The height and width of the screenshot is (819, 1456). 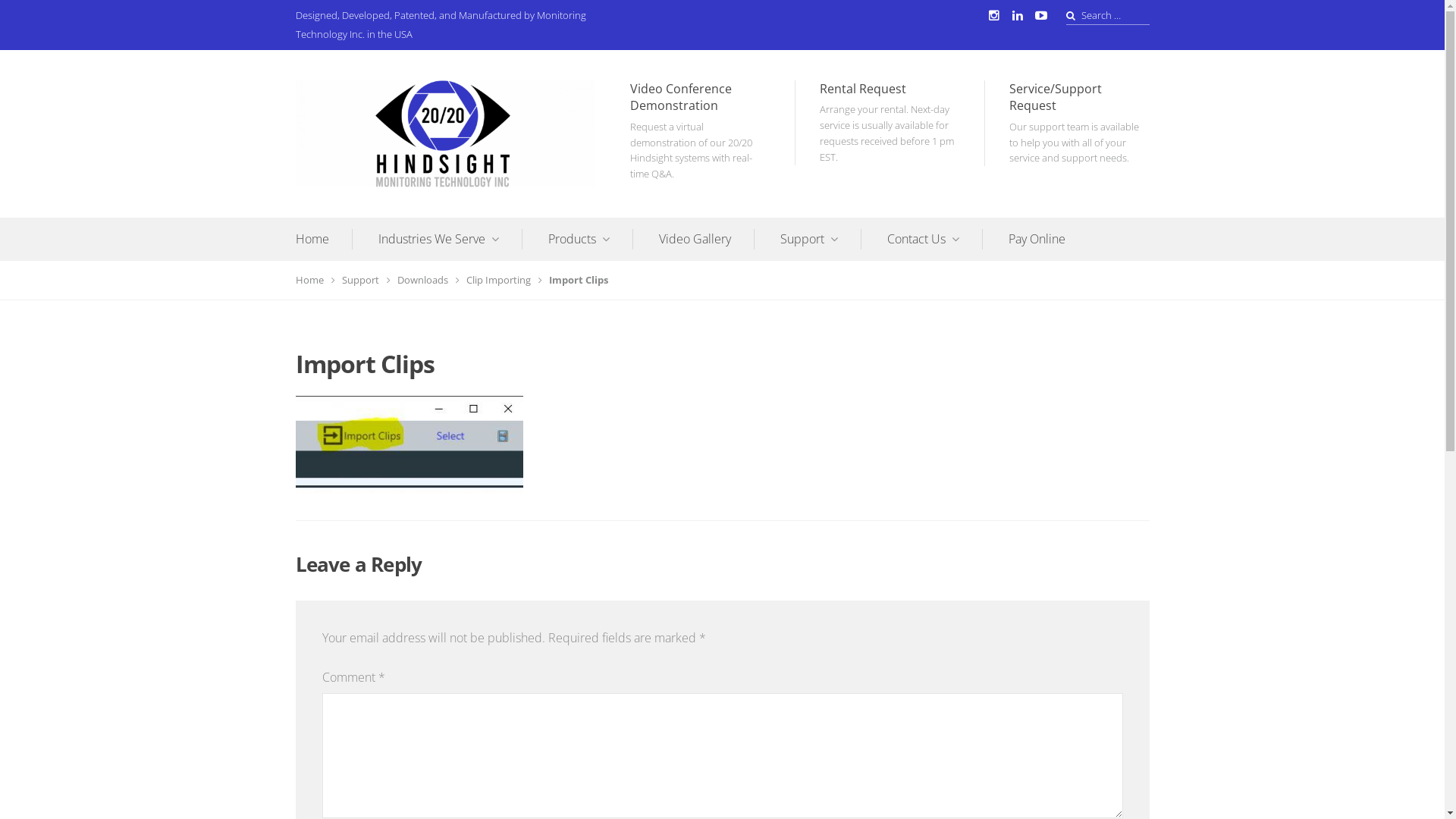 What do you see at coordinates (993, 15) in the screenshot?
I see `'Instagram'` at bounding box center [993, 15].